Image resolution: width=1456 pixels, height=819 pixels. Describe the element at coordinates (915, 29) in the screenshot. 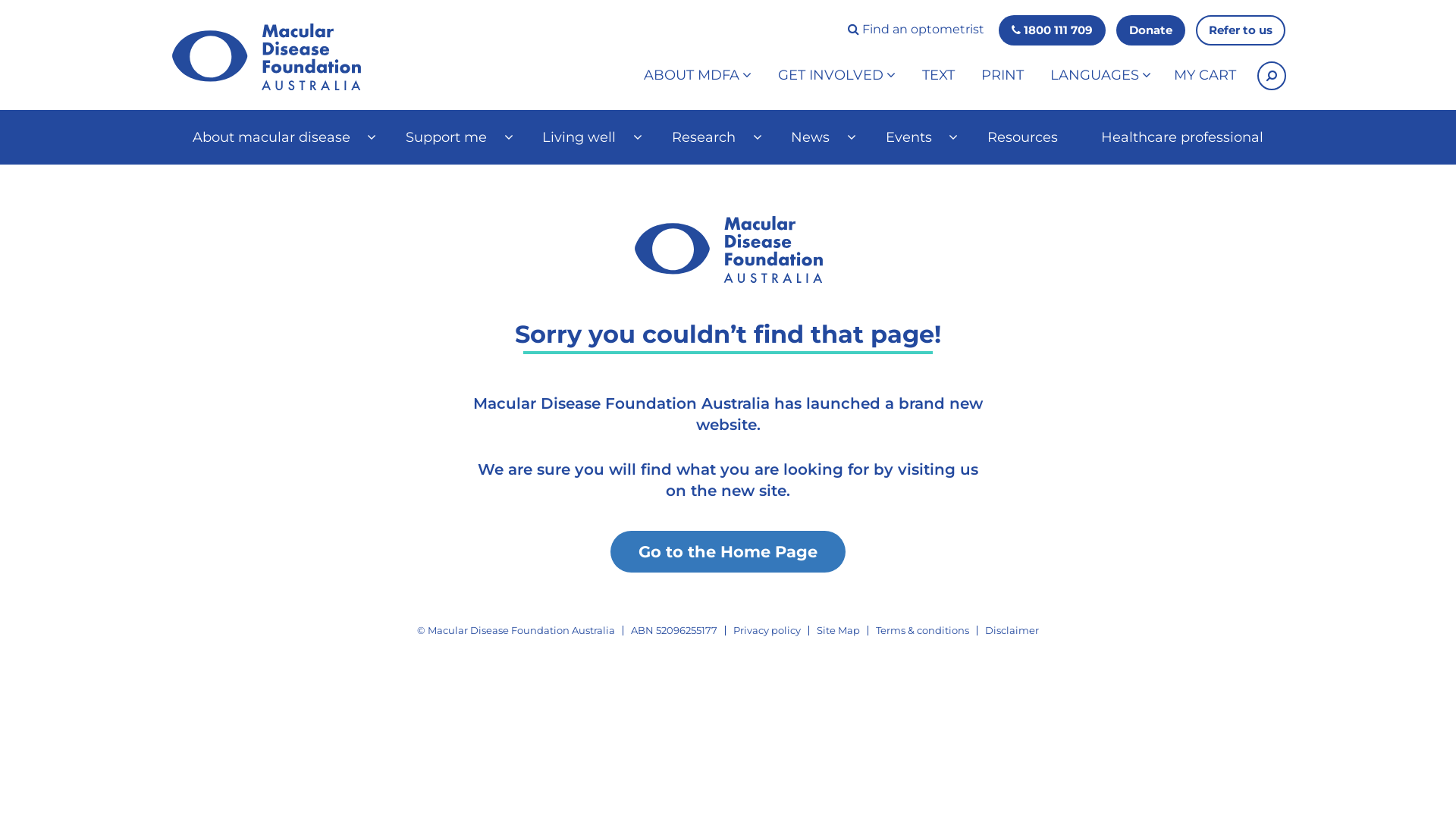

I see `'Find an optometrist'` at that location.